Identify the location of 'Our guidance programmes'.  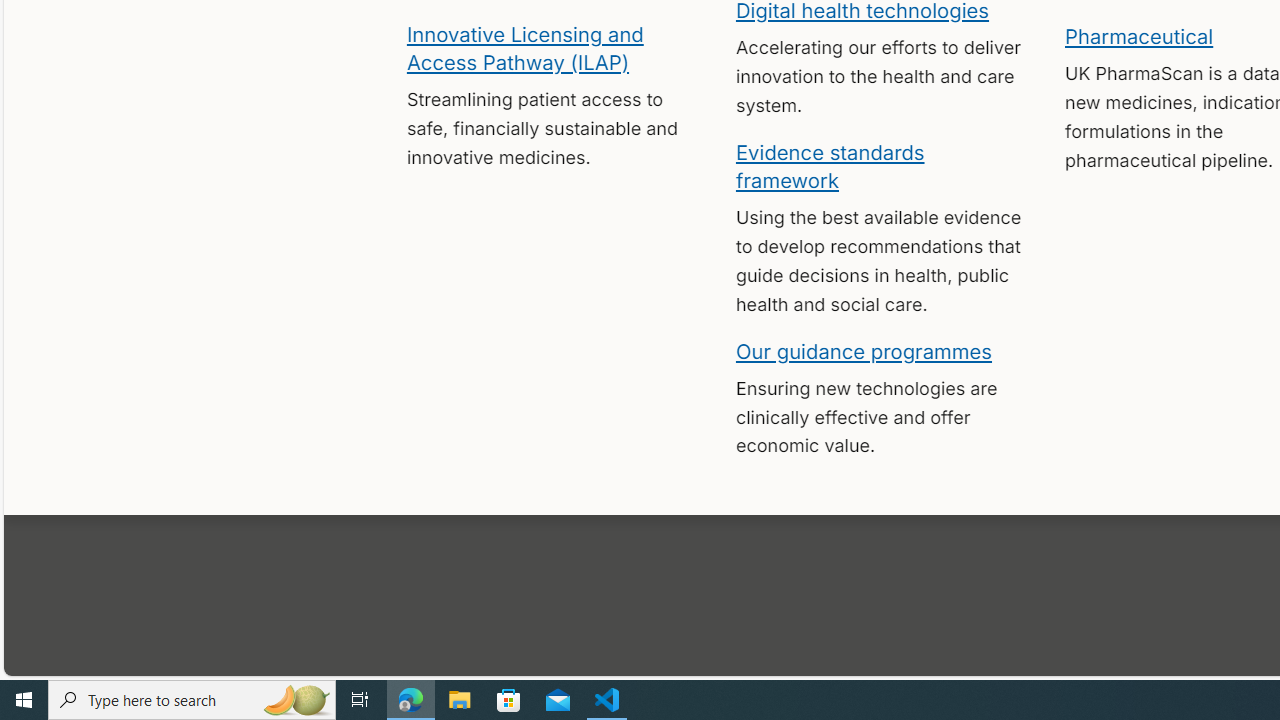
(864, 350).